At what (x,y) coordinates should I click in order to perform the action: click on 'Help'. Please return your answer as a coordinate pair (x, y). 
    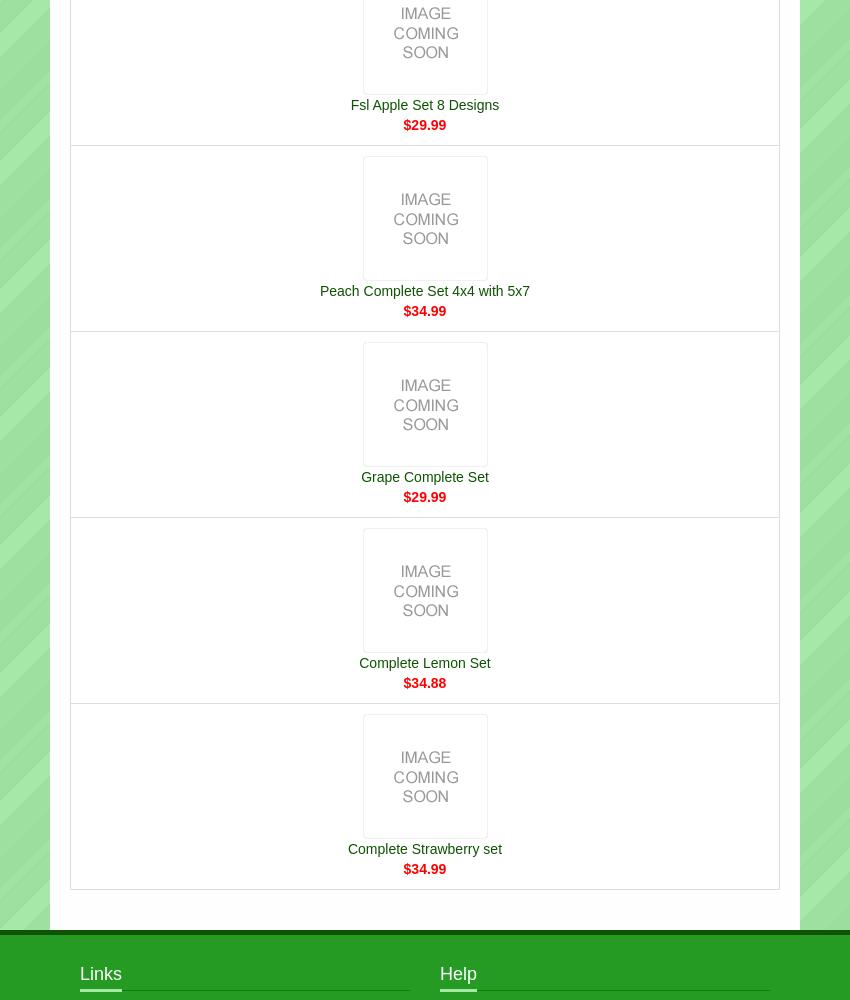
    Looking at the image, I should click on (457, 972).